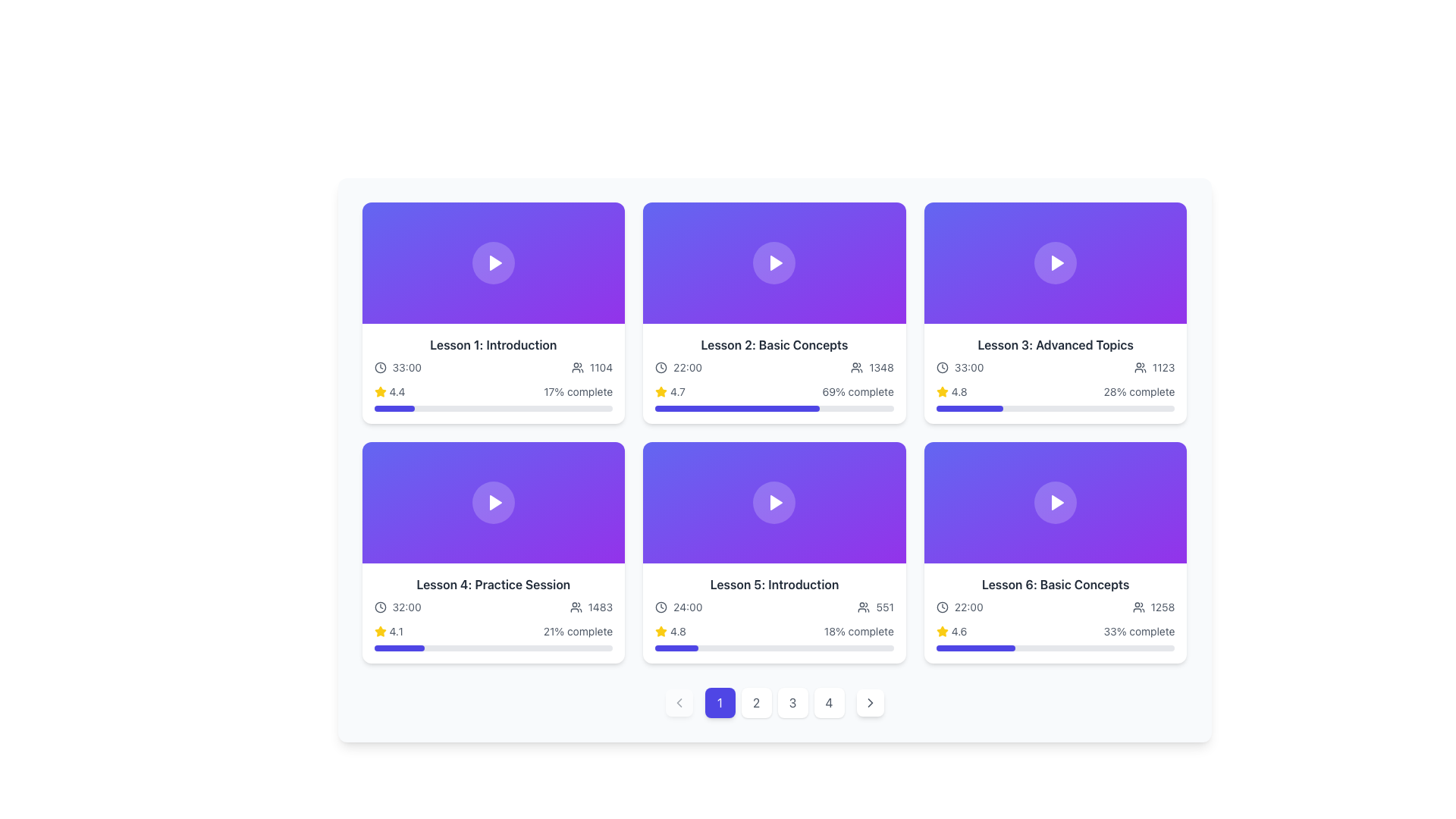 This screenshot has height=819, width=1456. Describe the element at coordinates (493, 397) in the screenshot. I see `the star rating of the Progress indicator with rating, which displays a yellow 4.4 rating` at that location.